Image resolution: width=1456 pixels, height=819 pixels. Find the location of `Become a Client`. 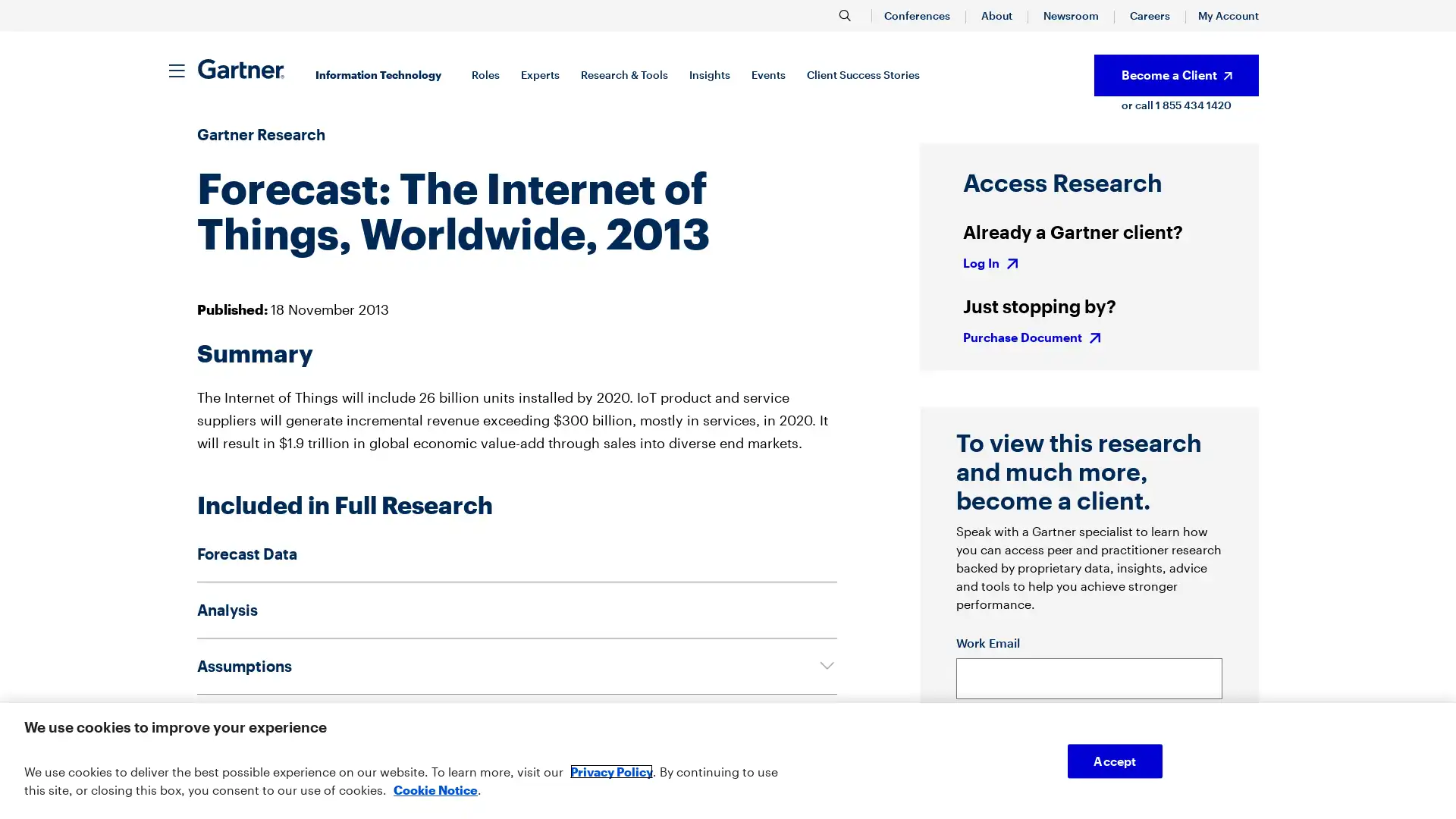

Become a Client is located at coordinates (1175, 75).